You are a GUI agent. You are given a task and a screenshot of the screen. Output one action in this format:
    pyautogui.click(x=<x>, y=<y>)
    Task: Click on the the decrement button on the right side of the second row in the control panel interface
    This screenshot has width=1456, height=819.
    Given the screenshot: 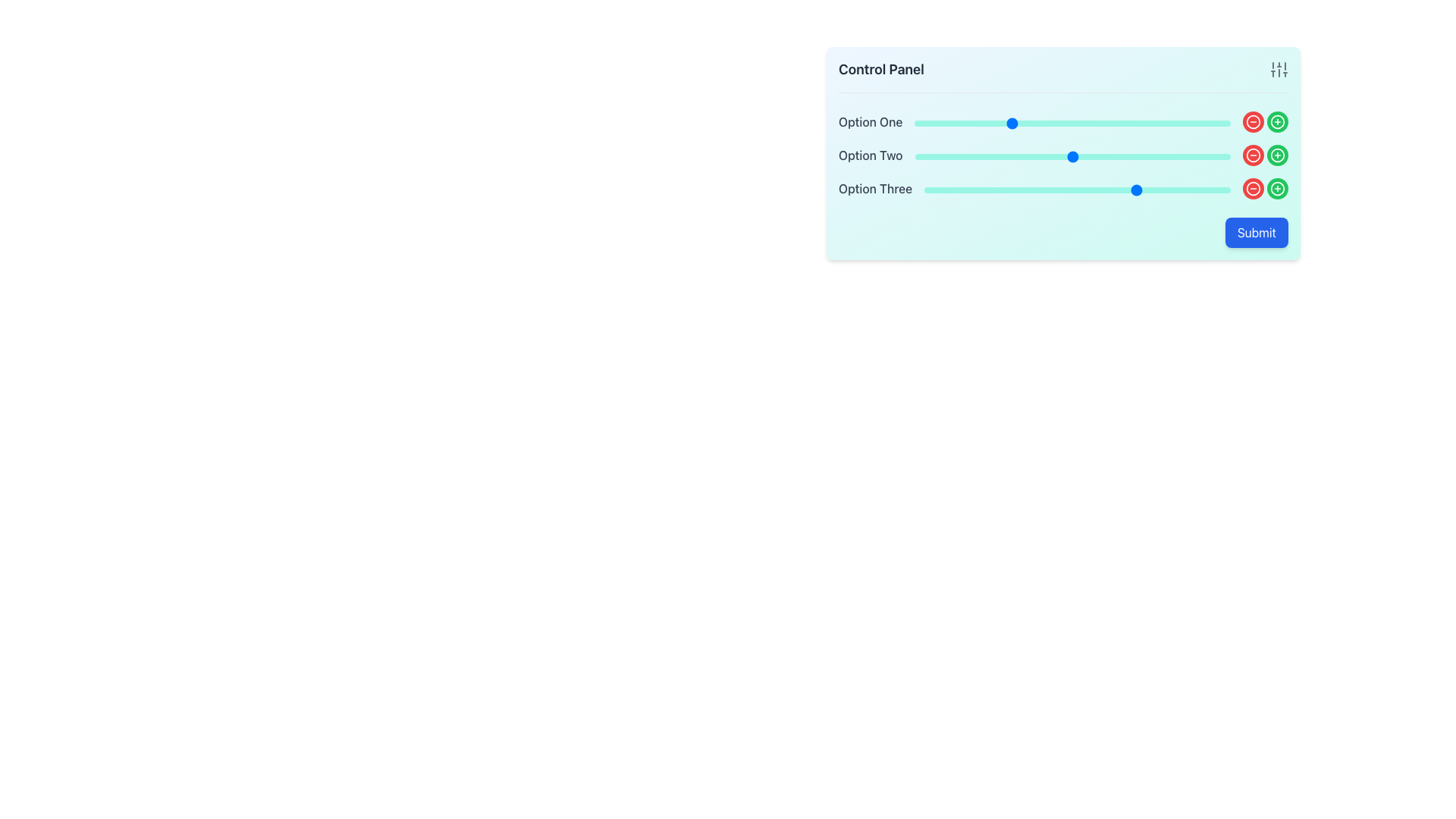 What is the action you would take?
    pyautogui.click(x=1253, y=155)
    